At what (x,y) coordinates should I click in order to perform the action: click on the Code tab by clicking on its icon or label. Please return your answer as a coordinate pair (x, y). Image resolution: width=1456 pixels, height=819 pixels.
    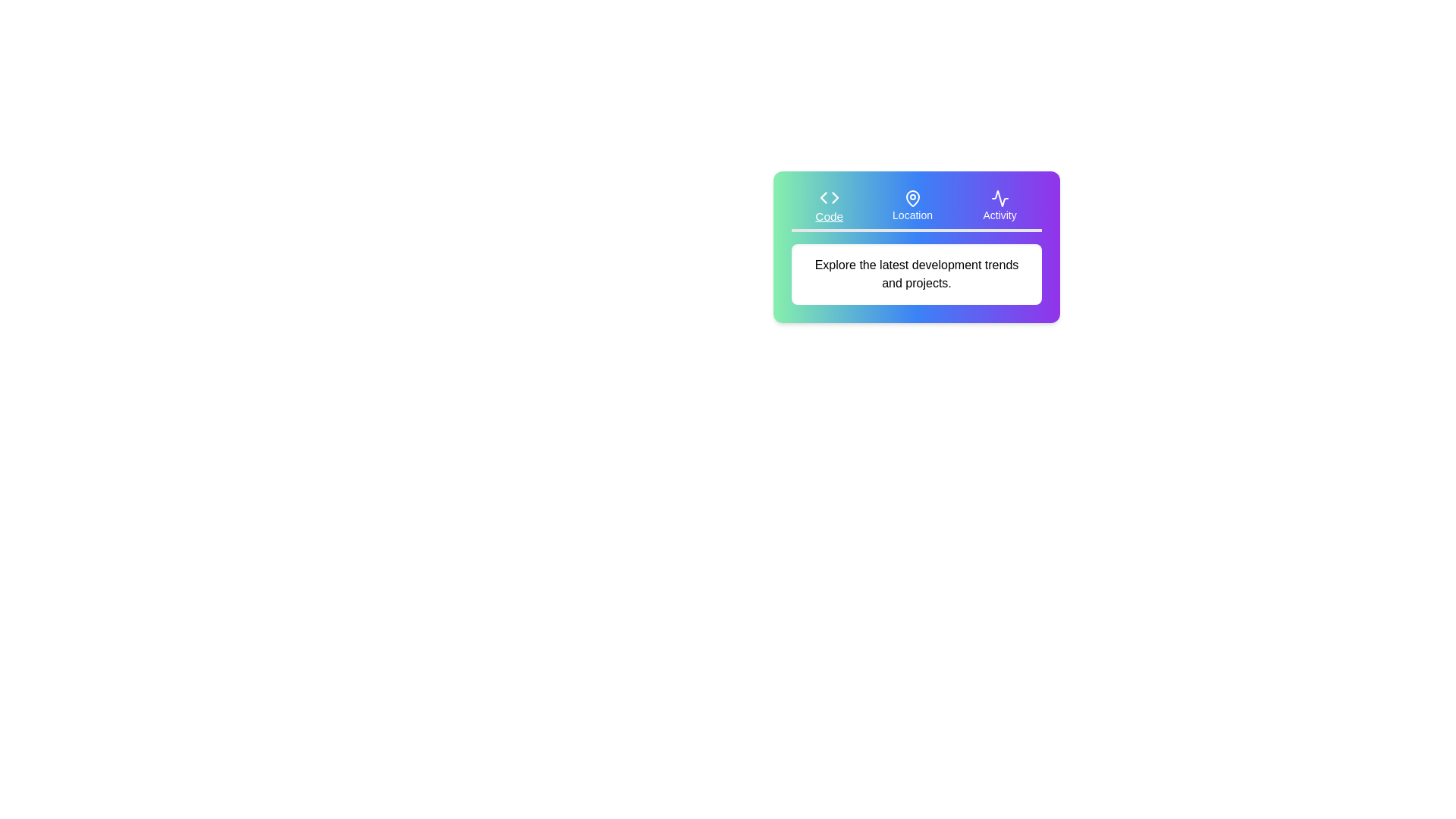
    Looking at the image, I should click on (829, 206).